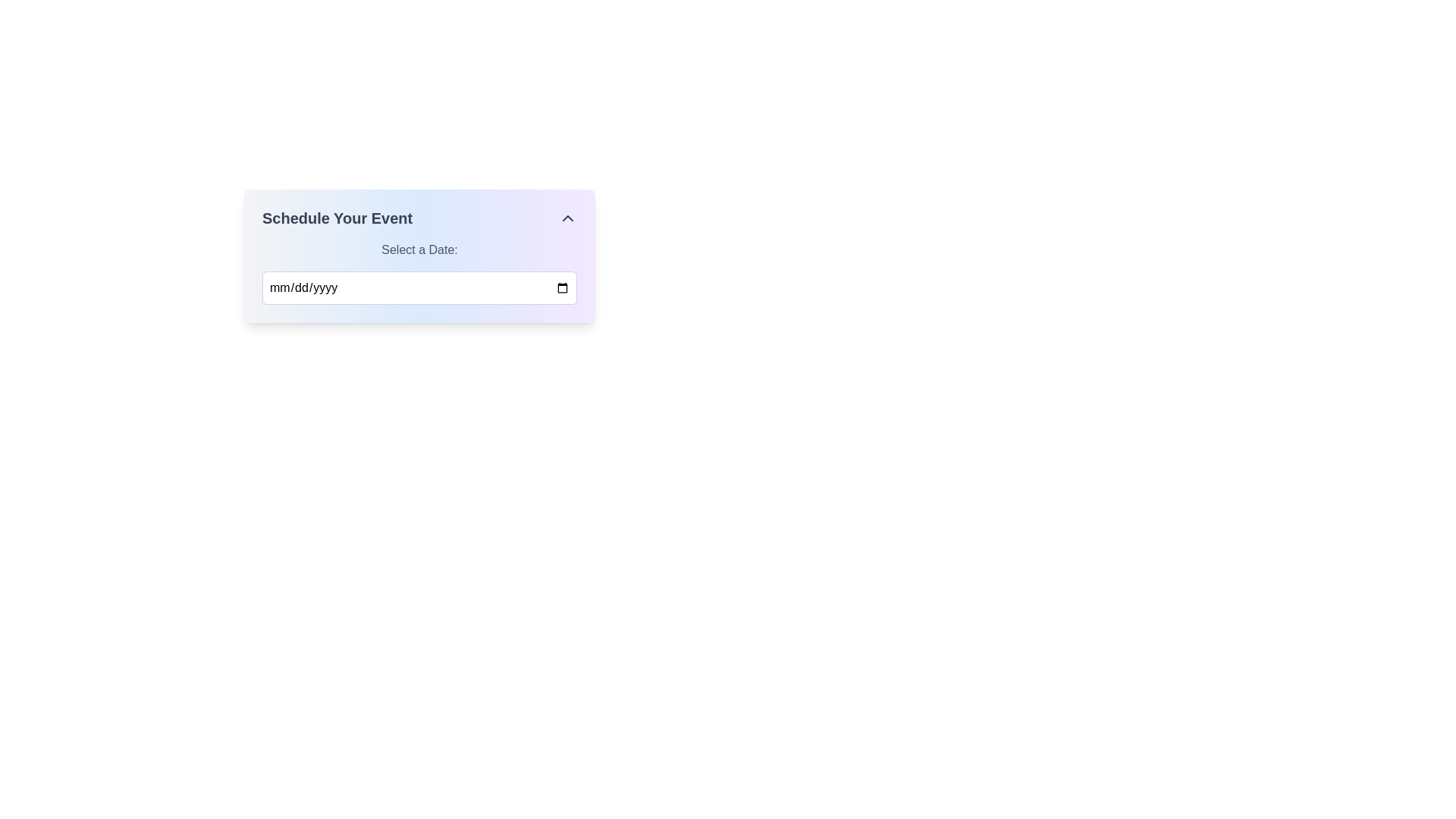 This screenshot has width=1456, height=819. I want to click on the button with an icon located at the top-right corner of the 'Schedule Your Event' section, so click(566, 218).